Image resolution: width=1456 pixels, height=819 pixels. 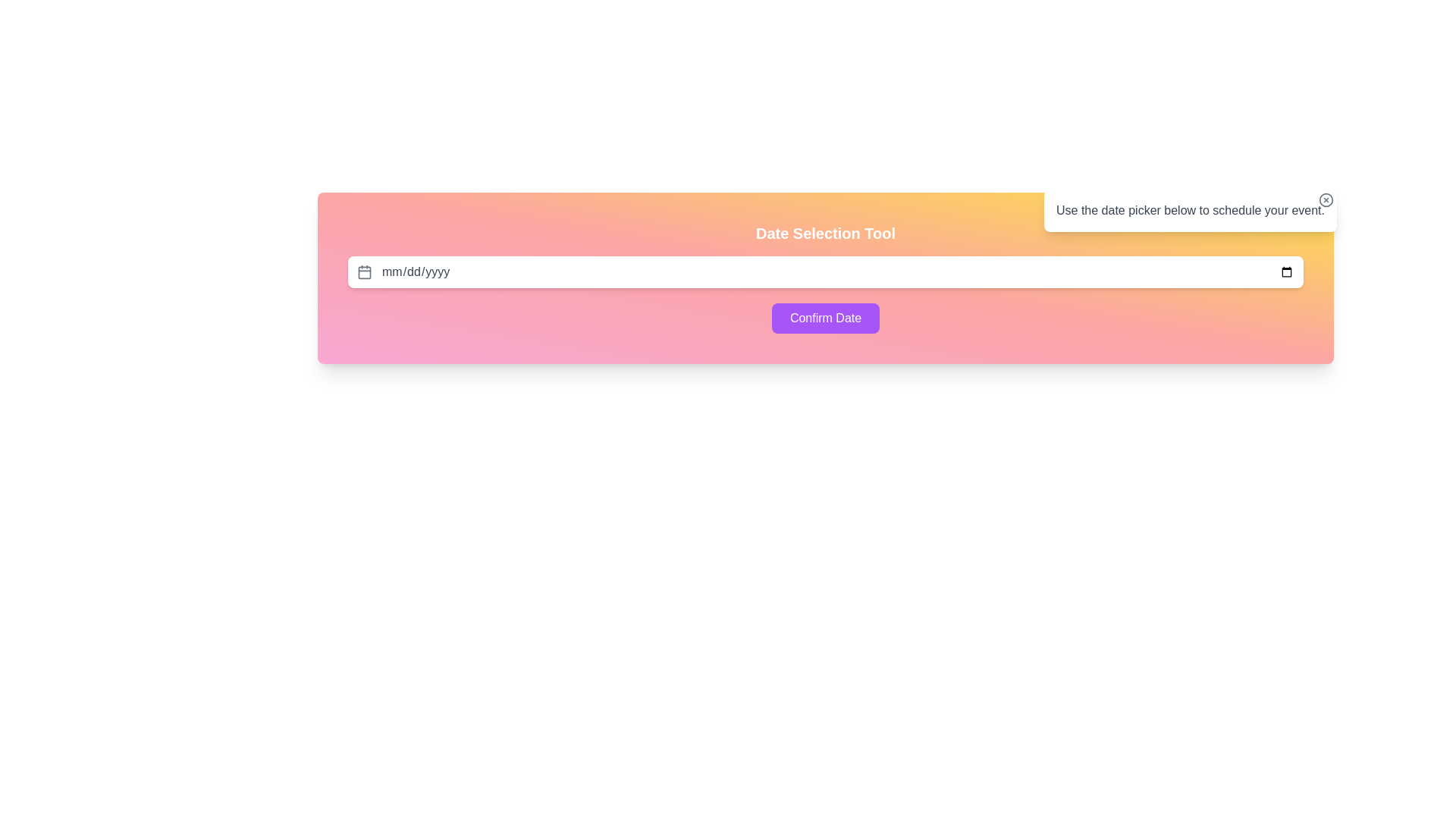 What do you see at coordinates (1325, 199) in the screenshot?
I see `the circular close button with a cross inside, located in the top-right corner of the white informational box that contains the text 'Use the date picker below to schedule your event.'` at bounding box center [1325, 199].